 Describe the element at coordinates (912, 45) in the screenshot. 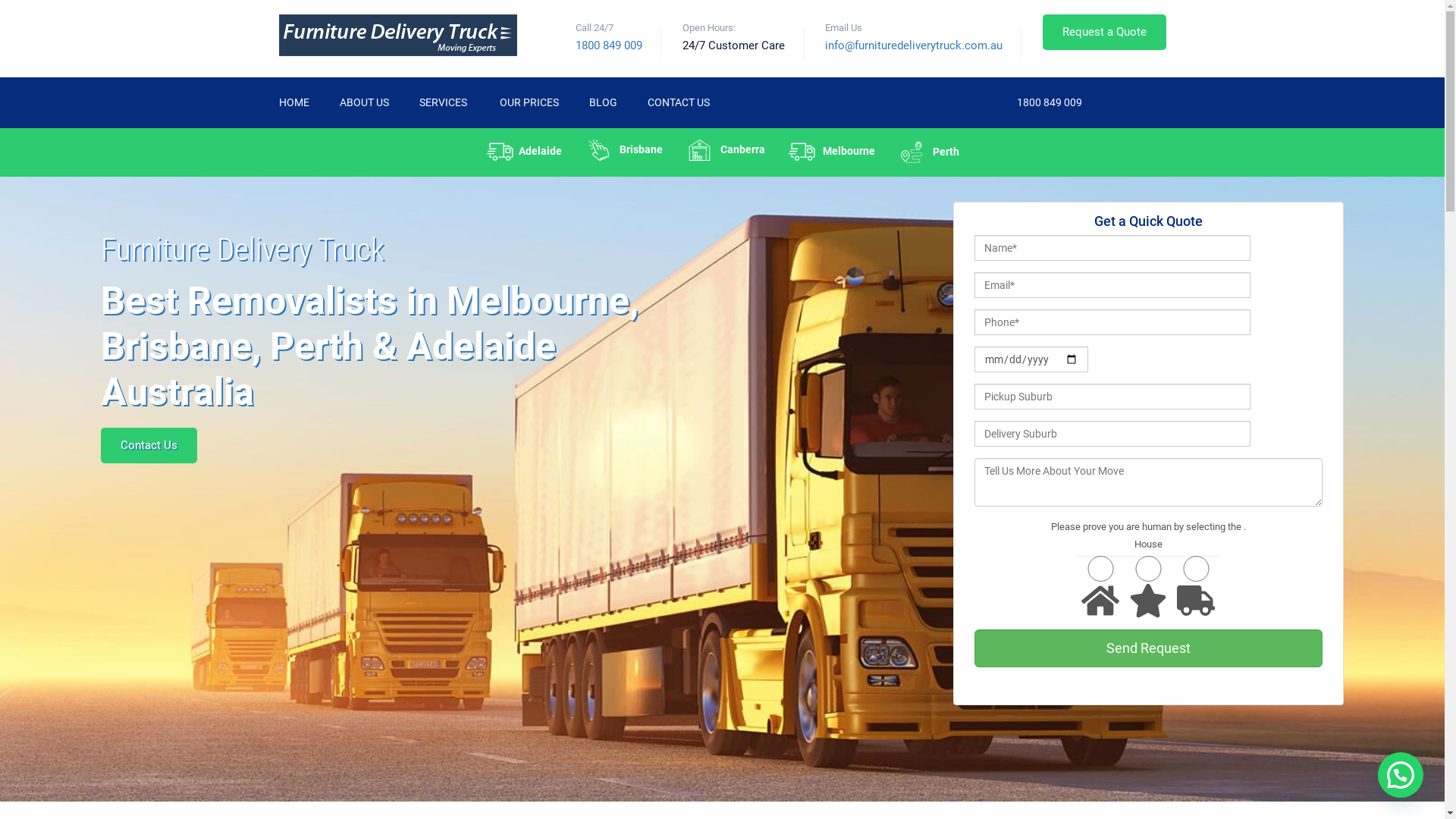

I see `'info@furnituredeliverytruck.com.au'` at that location.